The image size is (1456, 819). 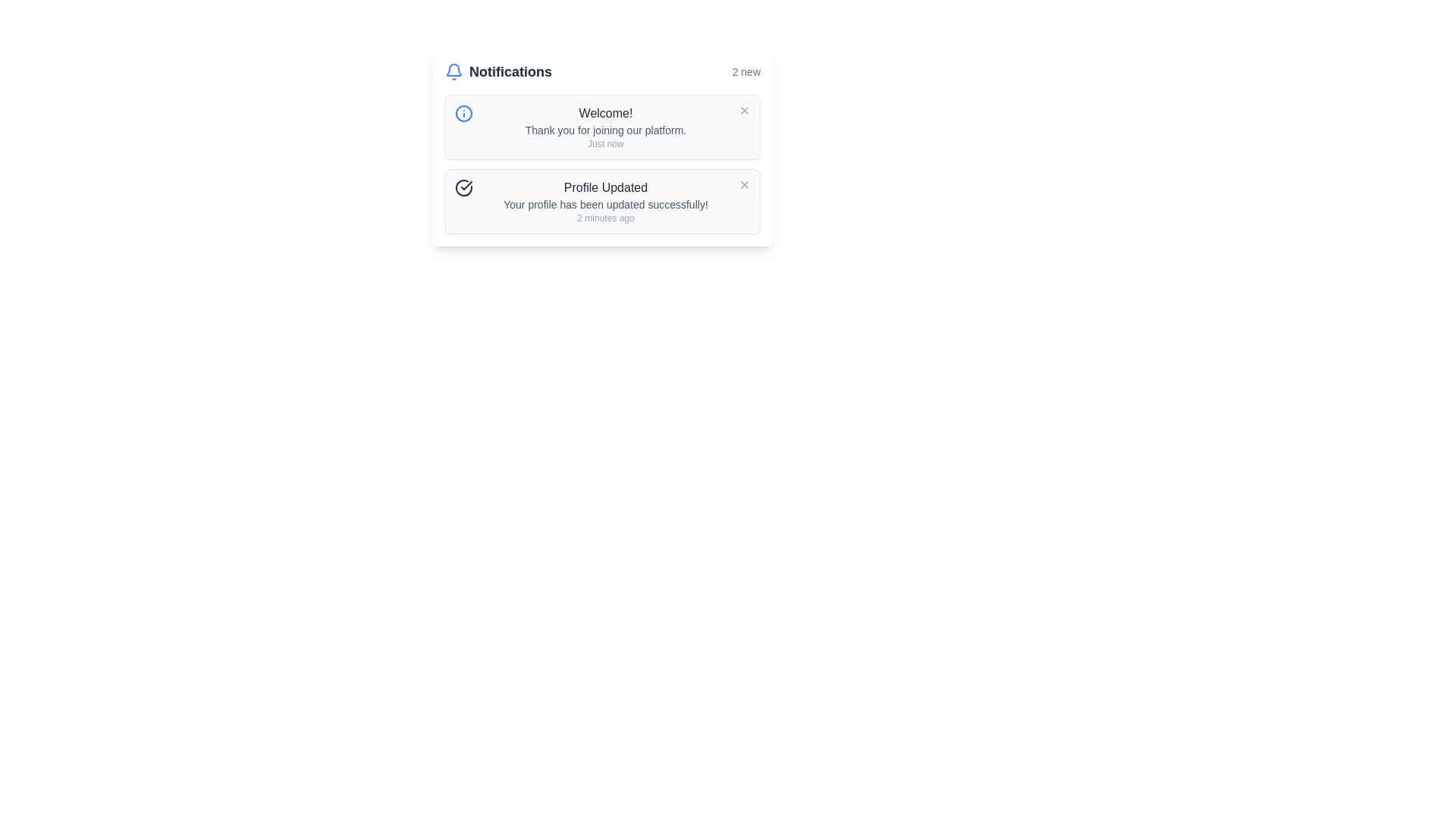 What do you see at coordinates (510, 72) in the screenshot?
I see `the 'Notifications' text label, which is a bold and larger font-sized header indicating the notifications section, located to the right of the bell icon` at bounding box center [510, 72].